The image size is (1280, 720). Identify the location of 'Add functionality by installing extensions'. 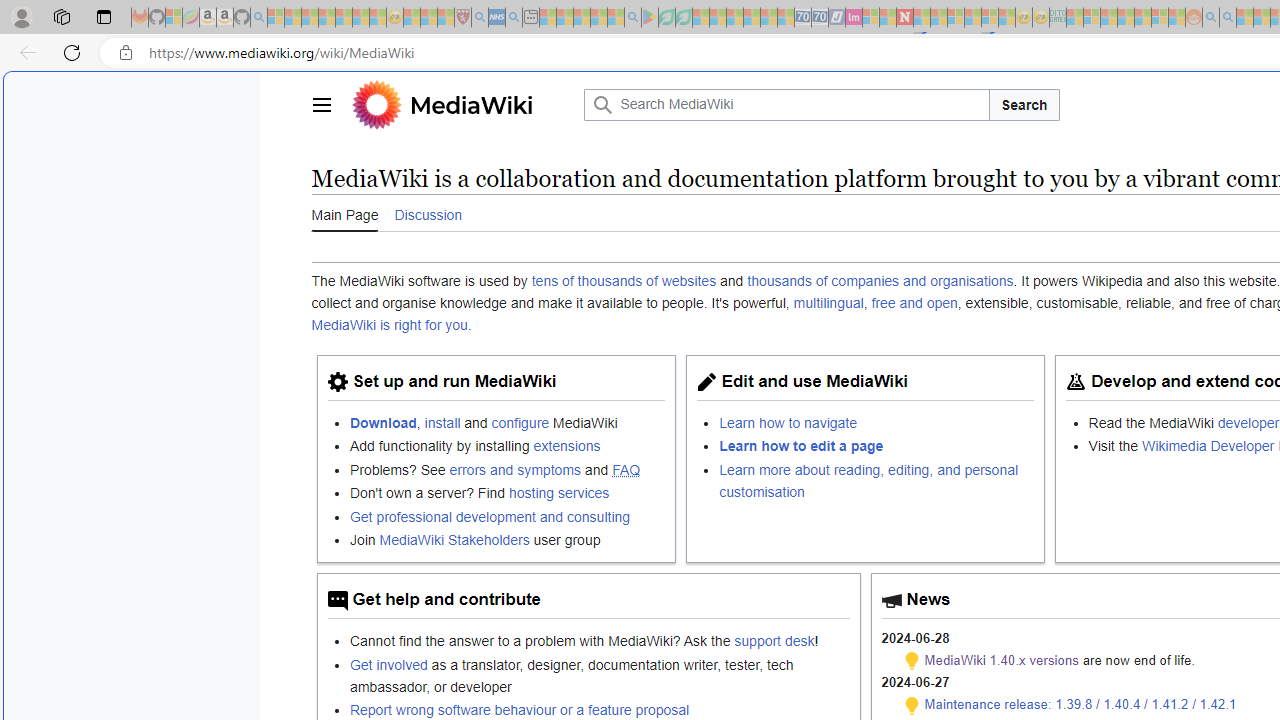
(507, 445).